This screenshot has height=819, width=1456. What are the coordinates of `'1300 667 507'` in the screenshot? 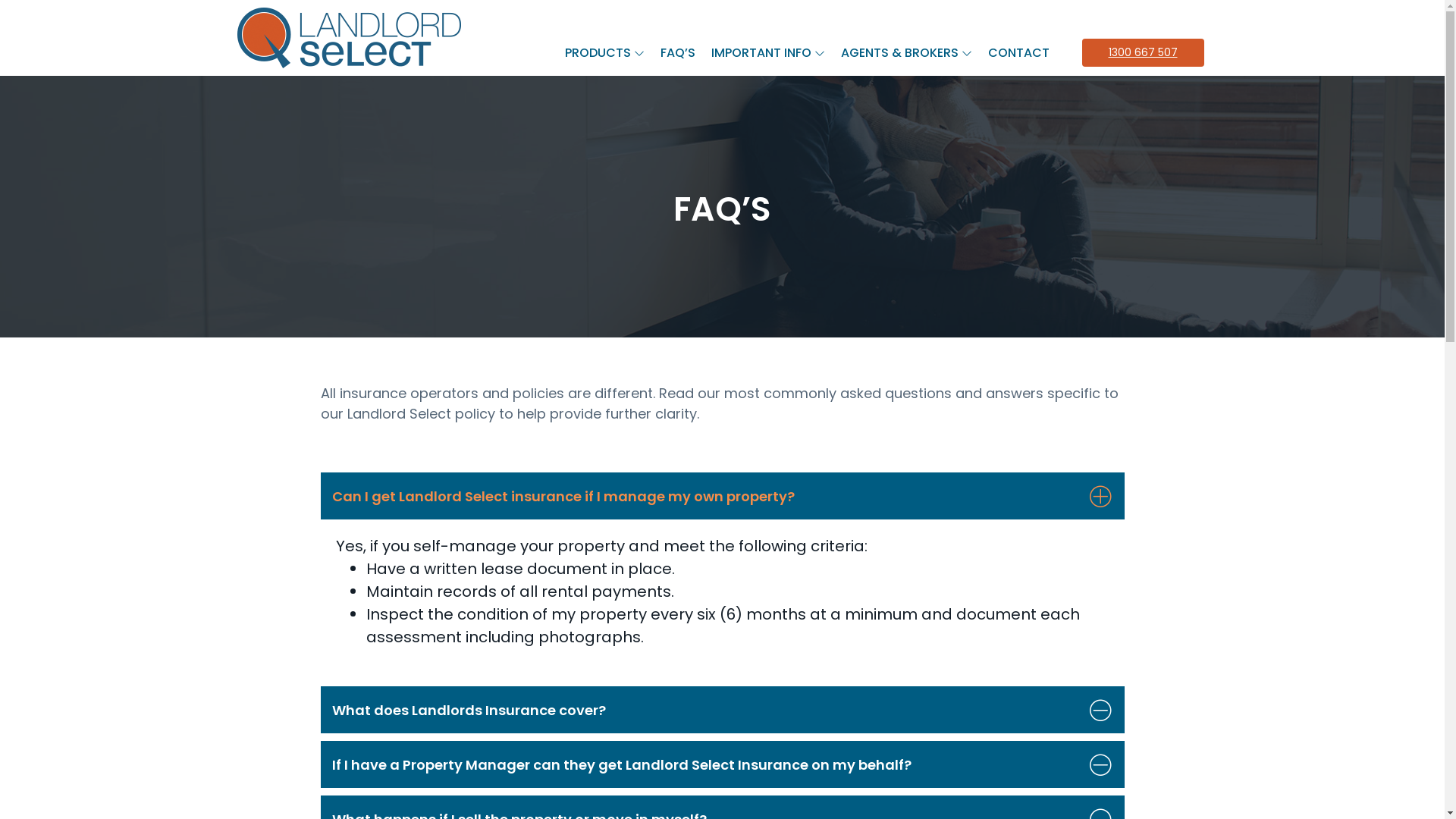 It's located at (1142, 51).